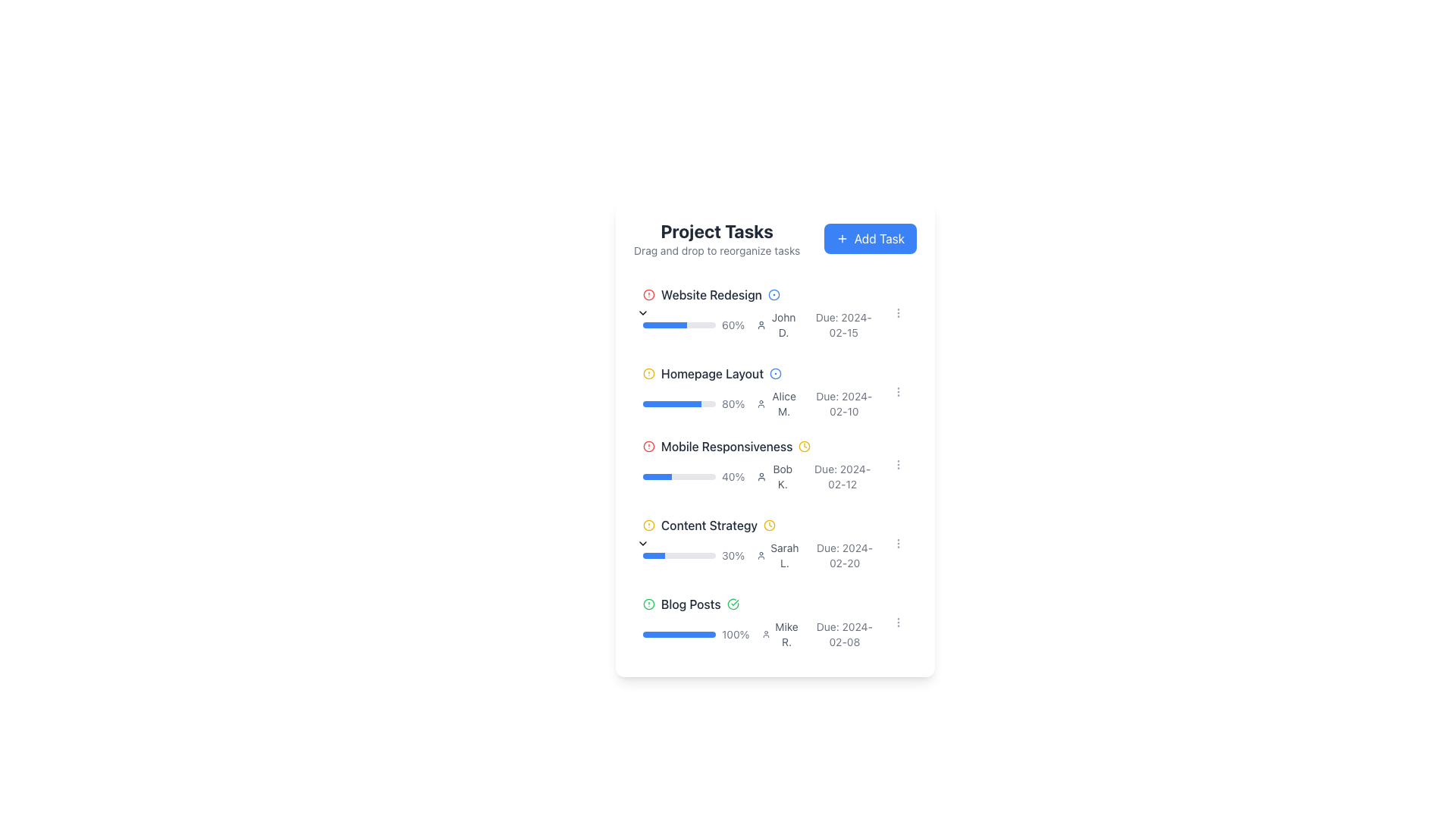 The height and width of the screenshot is (819, 1456). Describe the element at coordinates (770, 525) in the screenshot. I see `the clock icon representing the due date for the task, located to the immediate right of the text 'Content Strategy' in the fourth item of the task list` at that location.